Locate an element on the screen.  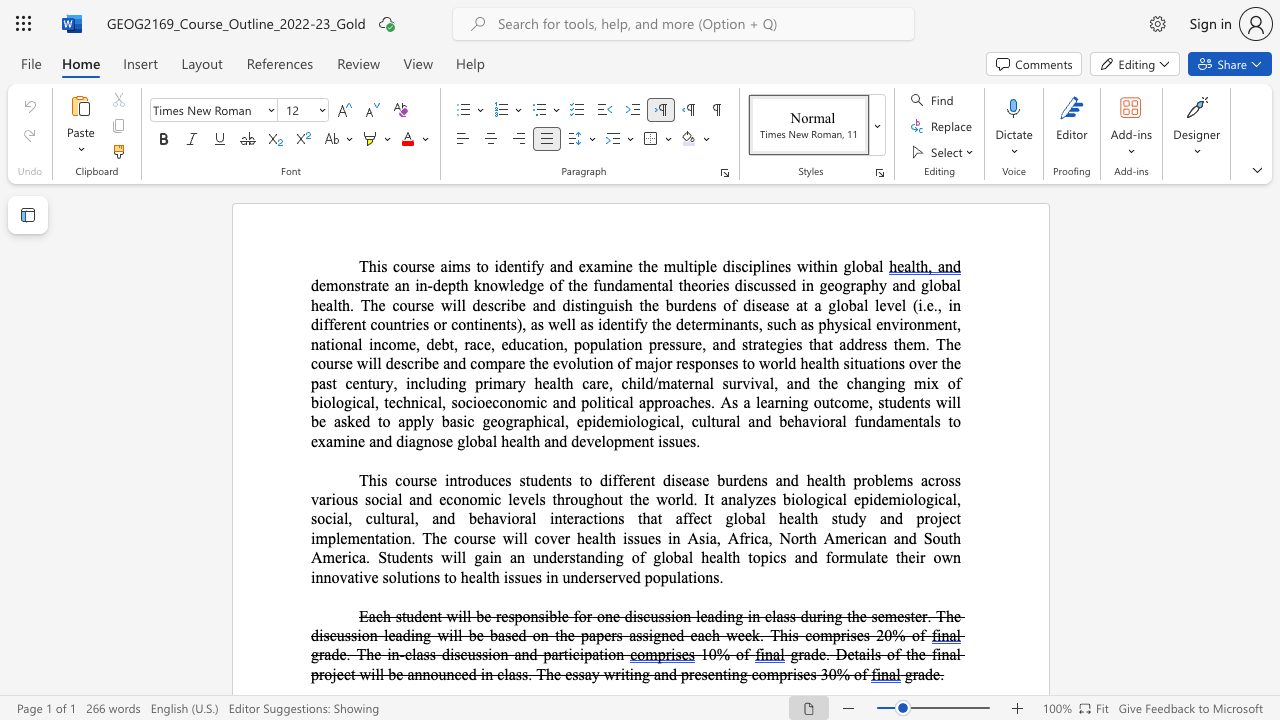
the 1th character "d" in the text is located at coordinates (417, 615).